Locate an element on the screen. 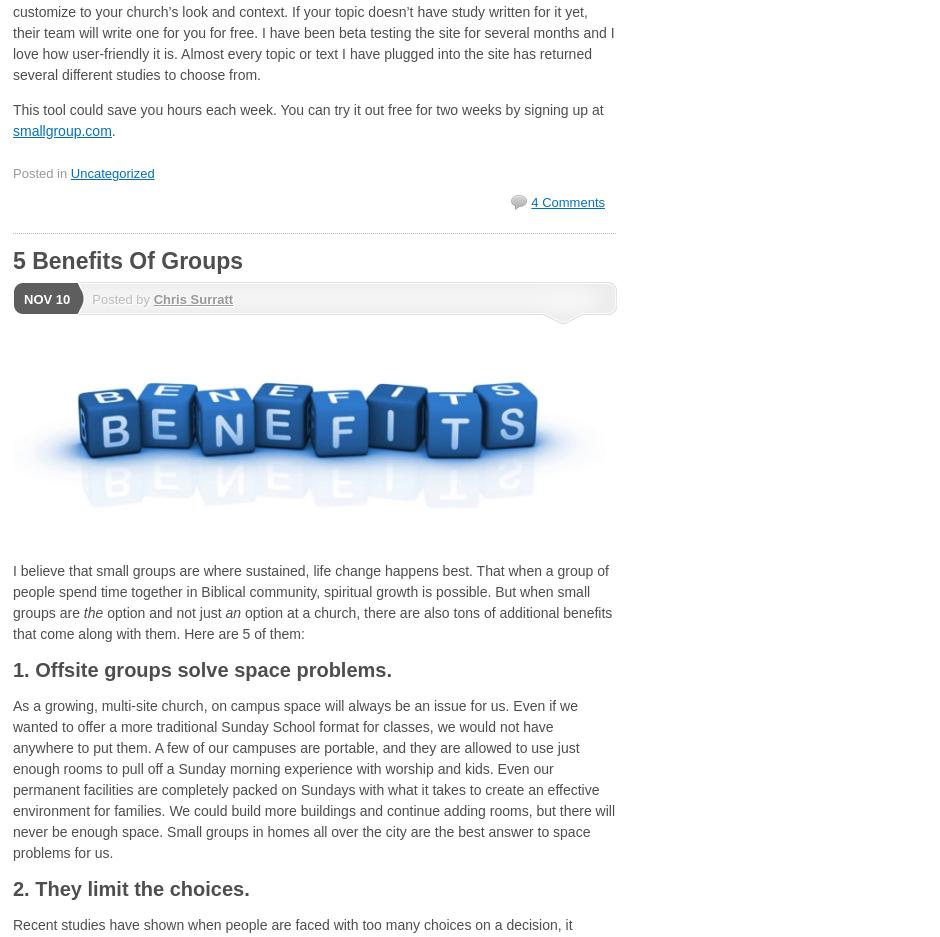 The image size is (940, 937). 'Nov 10' is located at coordinates (46, 297).